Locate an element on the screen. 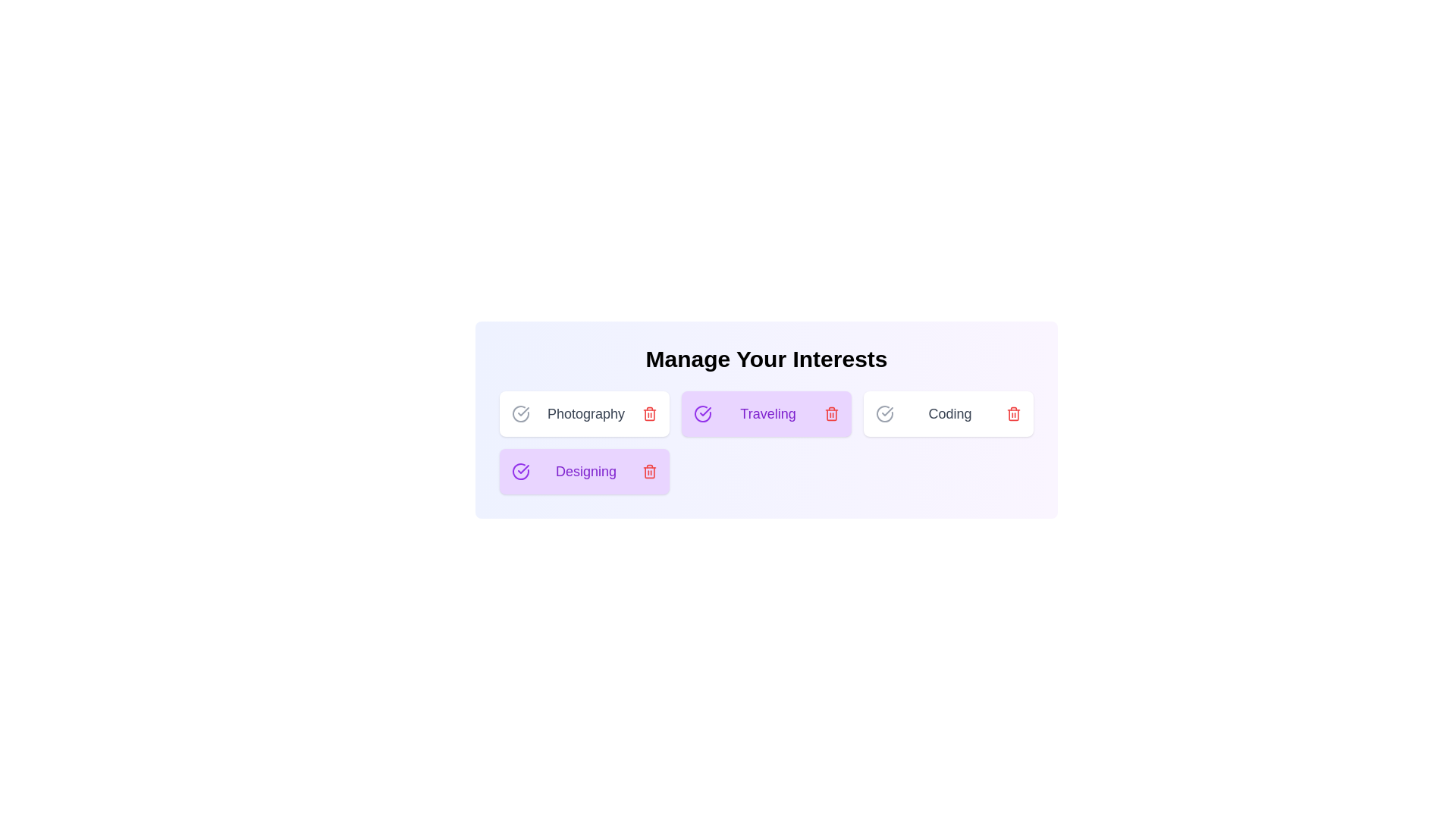 This screenshot has height=819, width=1456. the chip labeled Traveling is located at coordinates (767, 414).